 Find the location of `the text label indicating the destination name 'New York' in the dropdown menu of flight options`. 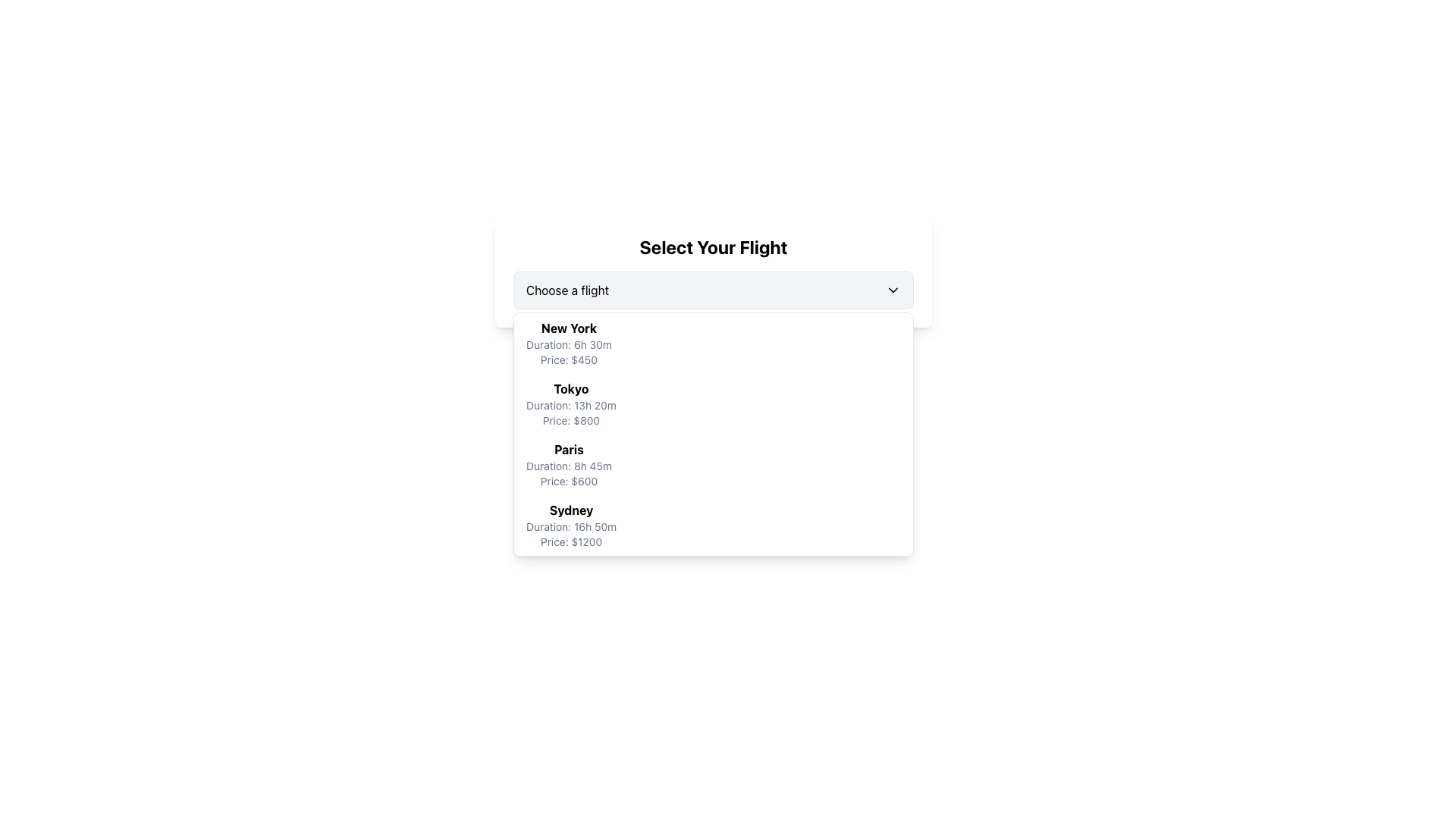

the text label indicating the destination name 'New York' in the dropdown menu of flight options is located at coordinates (568, 327).